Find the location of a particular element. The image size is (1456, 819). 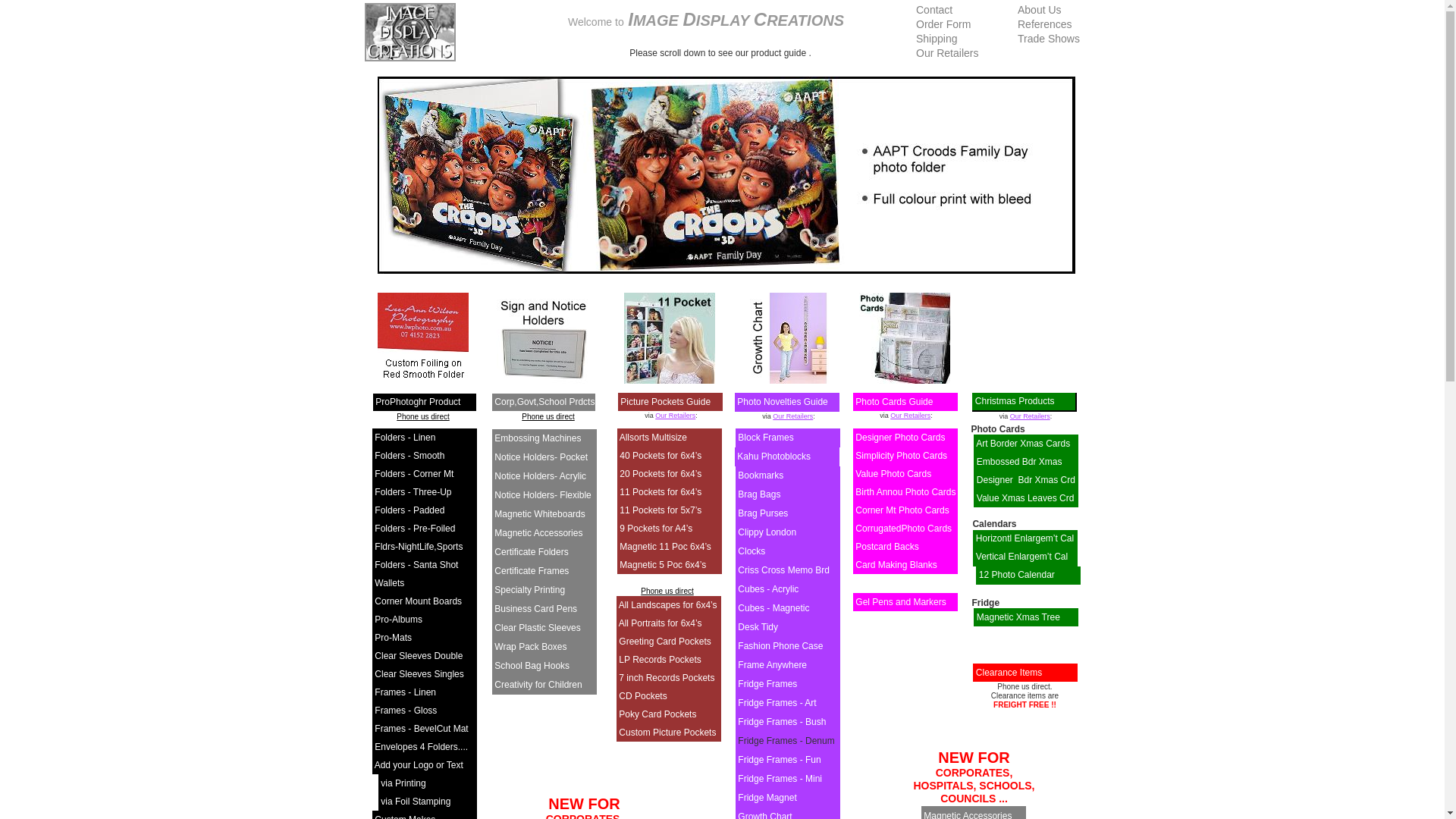

'LP Records Pockets' is located at coordinates (660, 659).